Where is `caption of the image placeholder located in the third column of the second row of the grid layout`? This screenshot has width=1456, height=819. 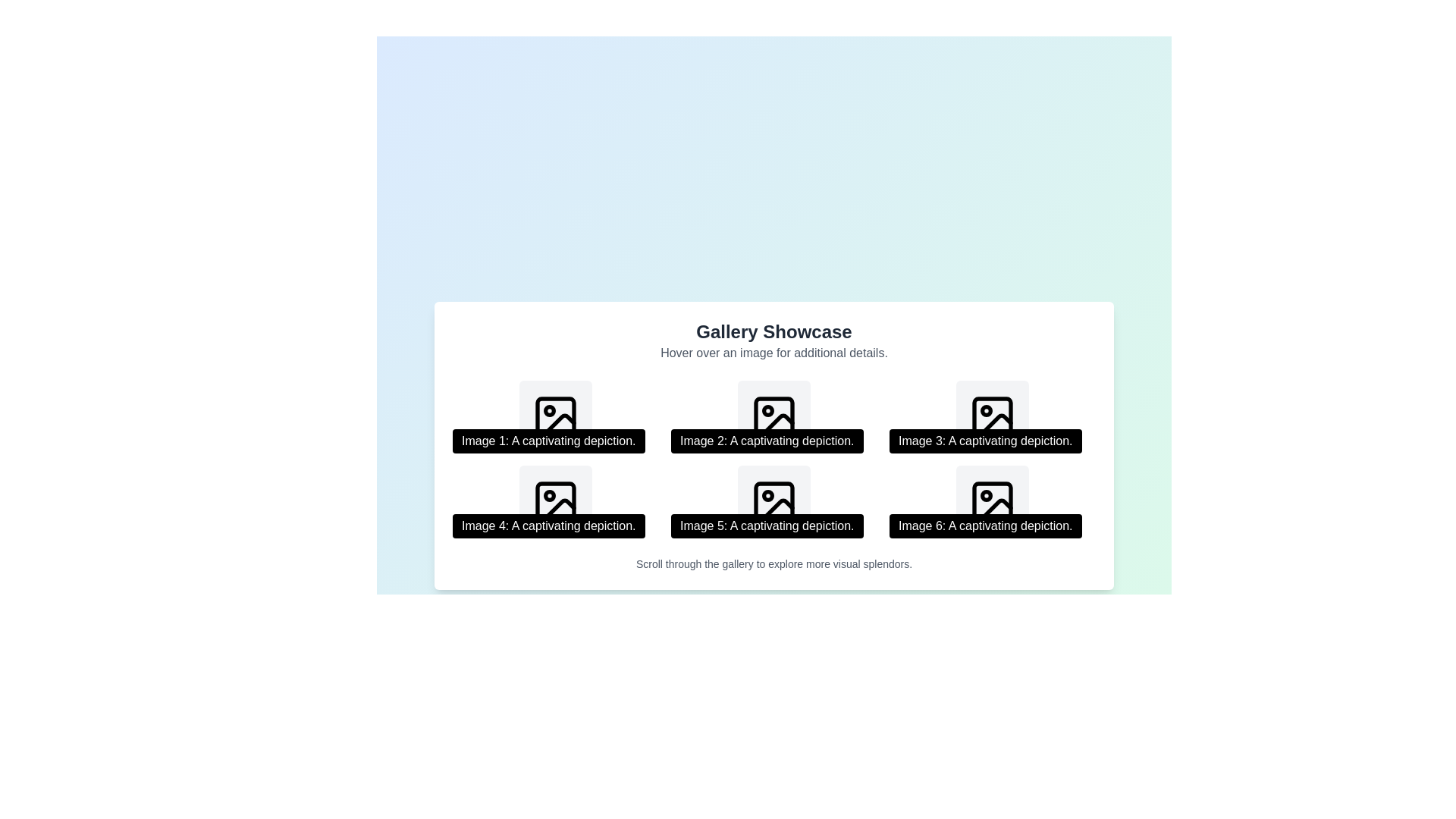 caption of the image placeholder located in the third column of the second row of the grid layout is located at coordinates (993, 502).